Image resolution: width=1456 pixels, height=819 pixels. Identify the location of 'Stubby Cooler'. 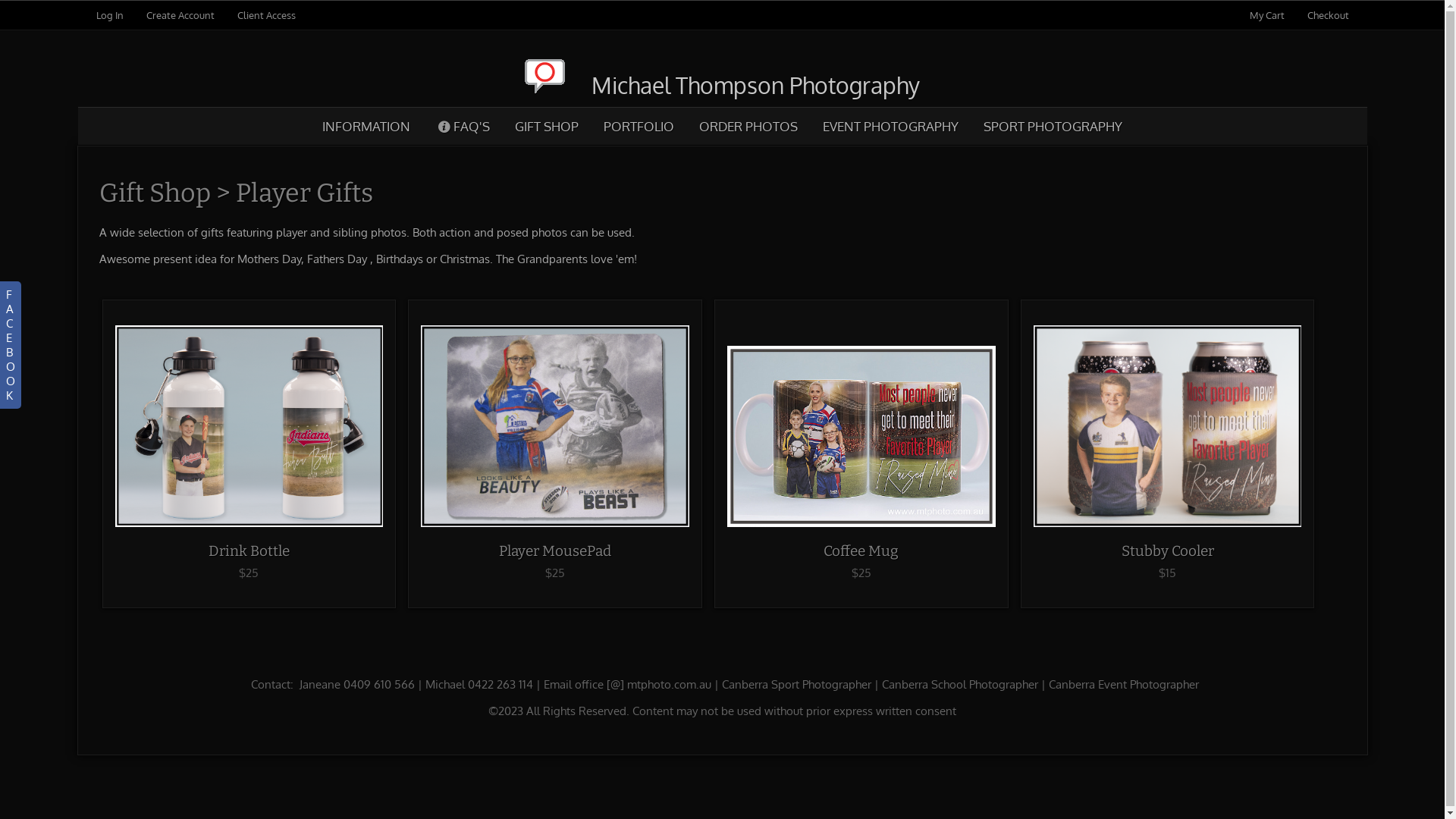
(1121, 551).